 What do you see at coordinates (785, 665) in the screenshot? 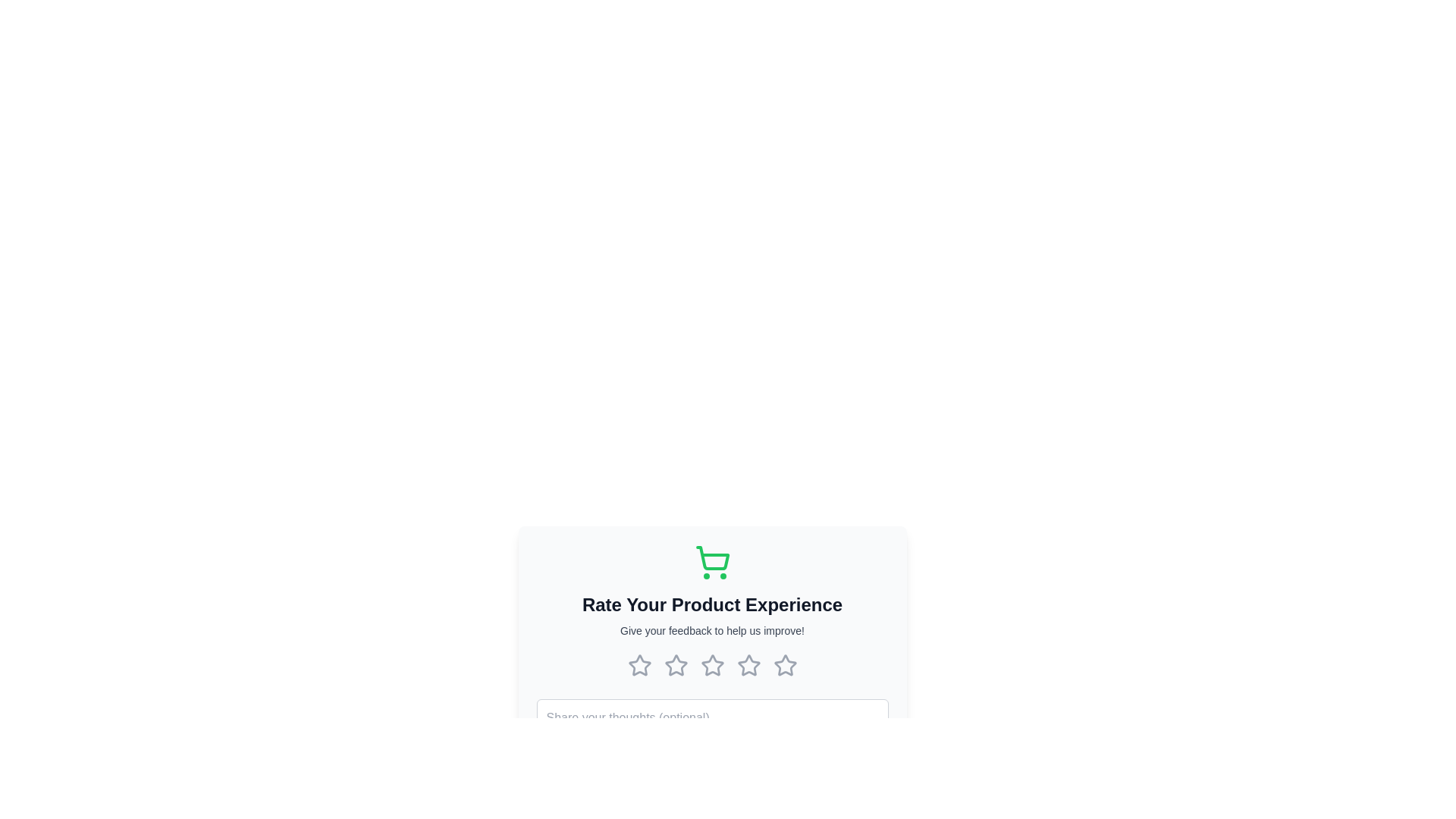
I see `the fifth star-shaped rating icon in the rating interface` at bounding box center [785, 665].